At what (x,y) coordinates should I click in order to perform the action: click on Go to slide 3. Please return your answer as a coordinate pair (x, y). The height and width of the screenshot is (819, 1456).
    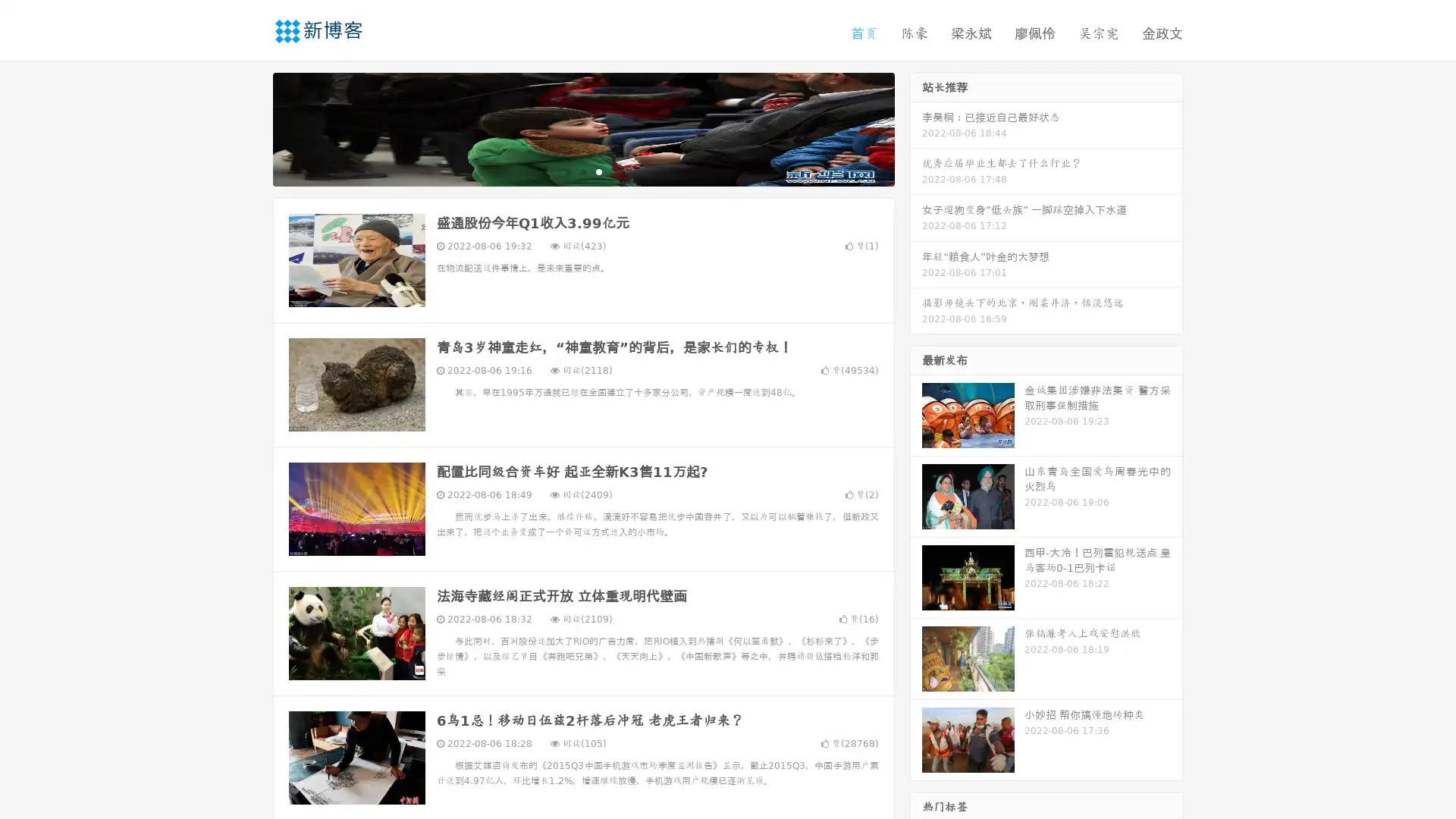
    Looking at the image, I should click on (598, 171).